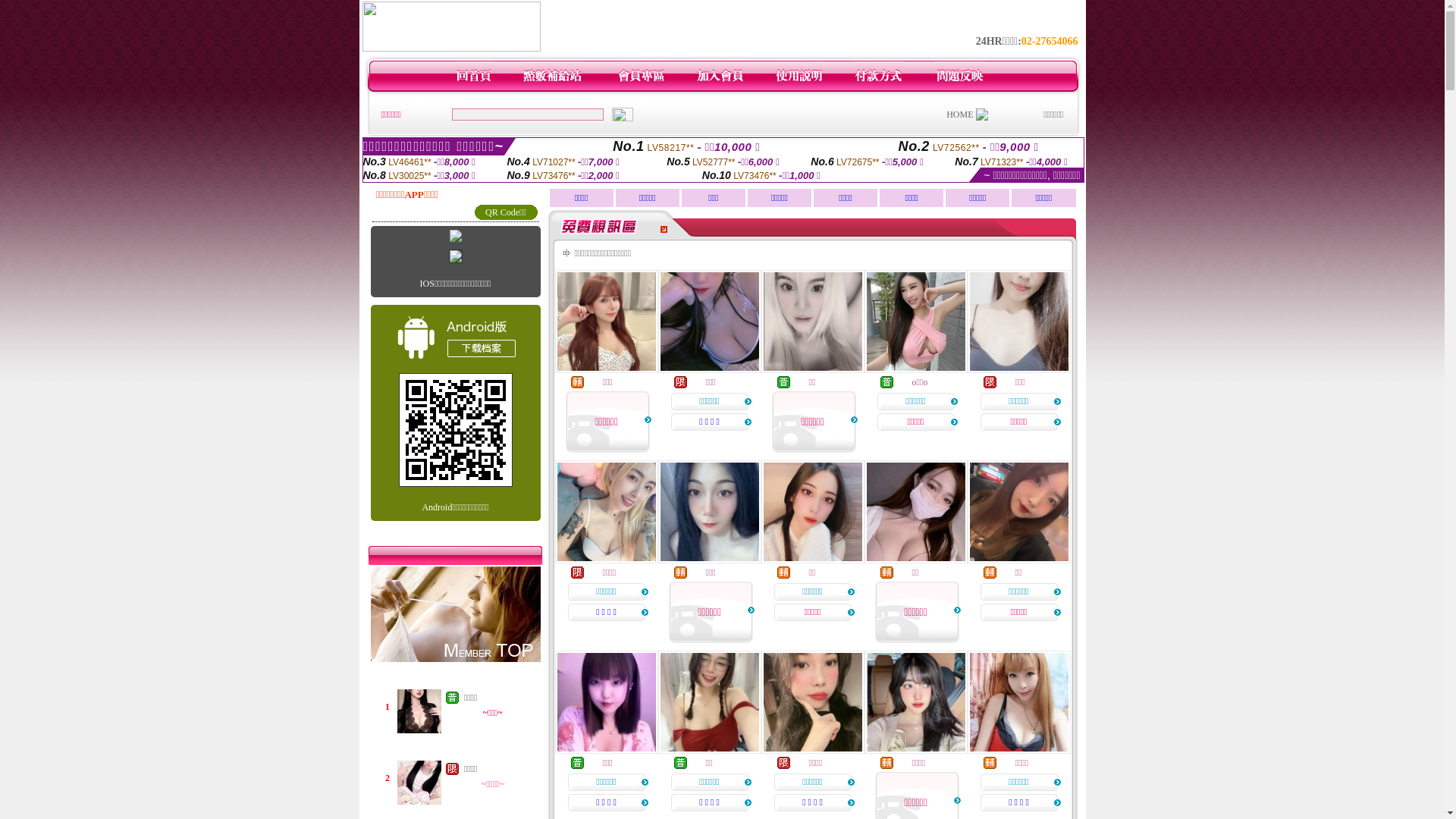  I want to click on 'HOME', so click(946, 113).